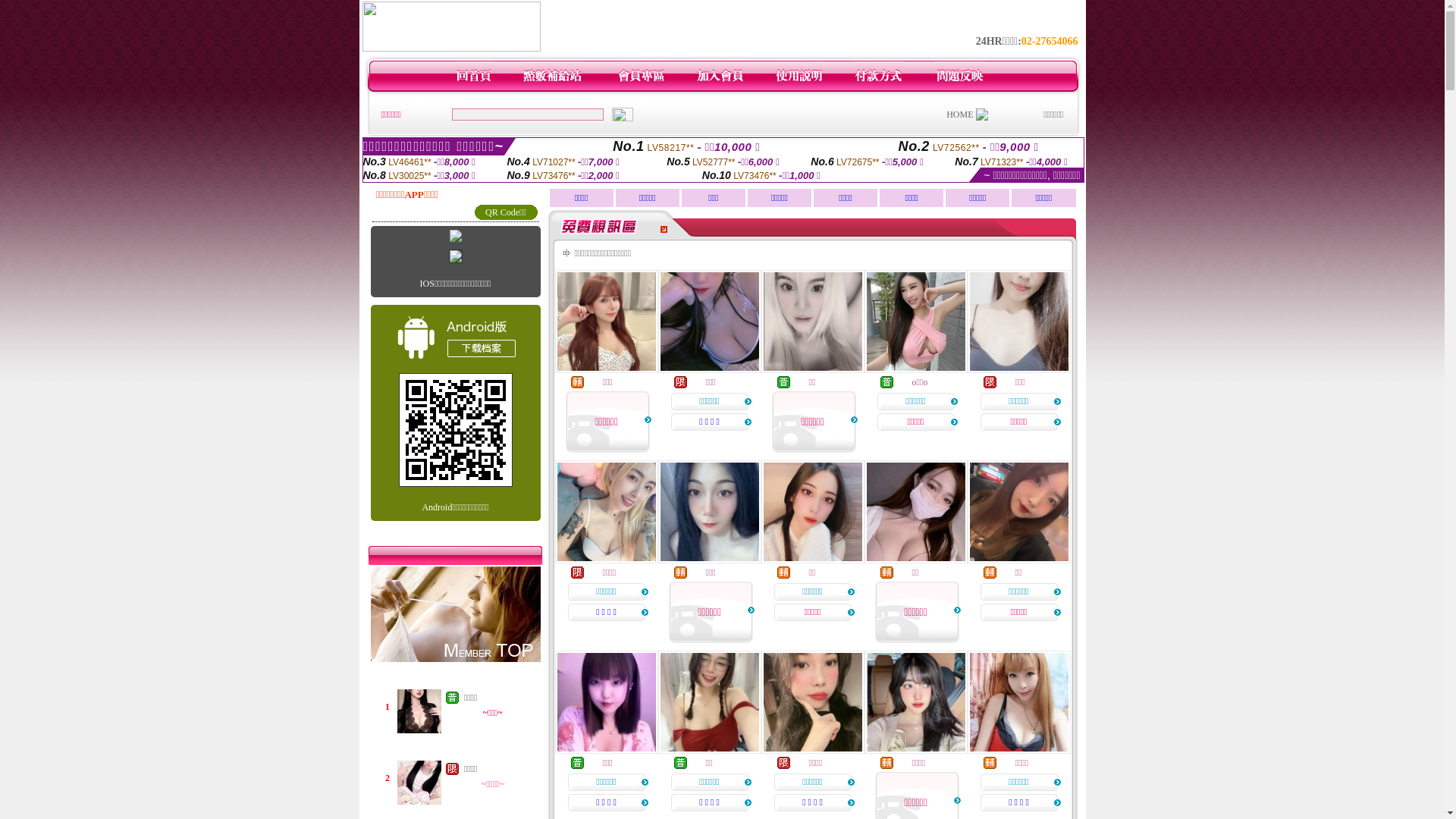  I want to click on 'HOME', so click(946, 113).